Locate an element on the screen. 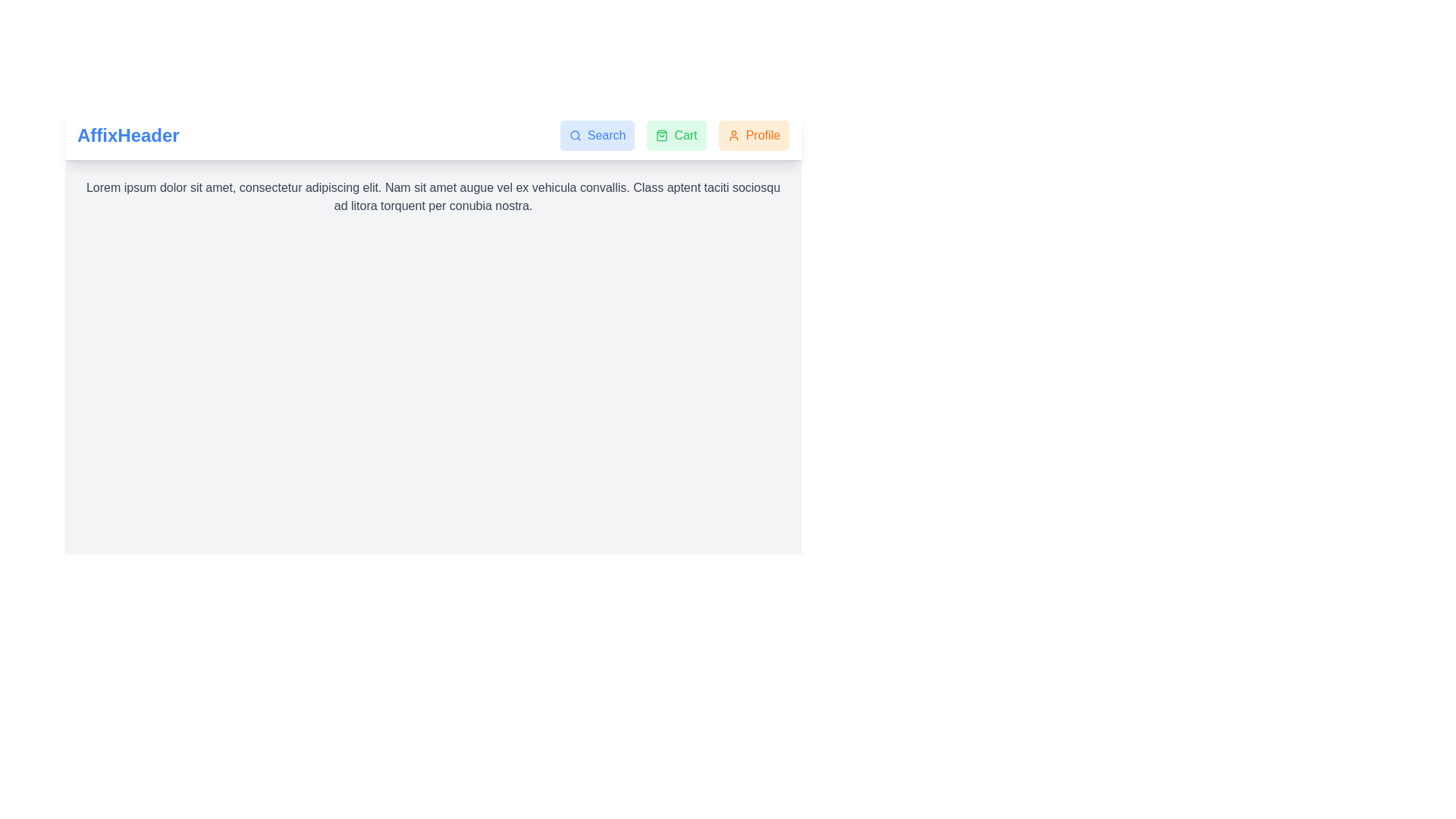 The width and height of the screenshot is (1456, 819). the user profile icon, which is a small circular graphic colored in orange, located within the 'Profile' button in the top-right corner of the application interface is located at coordinates (733, 134).